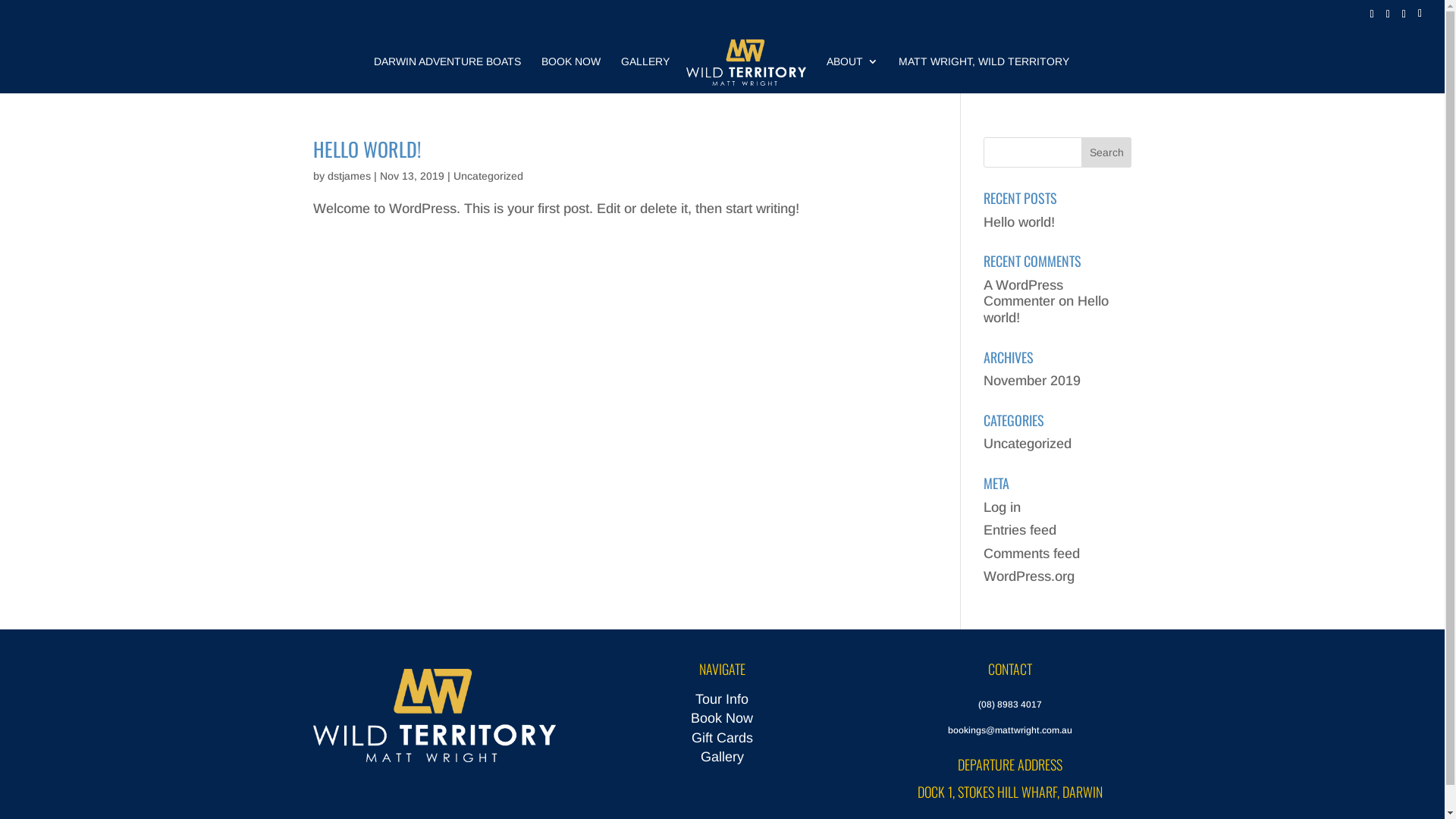 This screenshot has width=1456, height=819. I want to click on 'GALLERY', so click(621, 74).